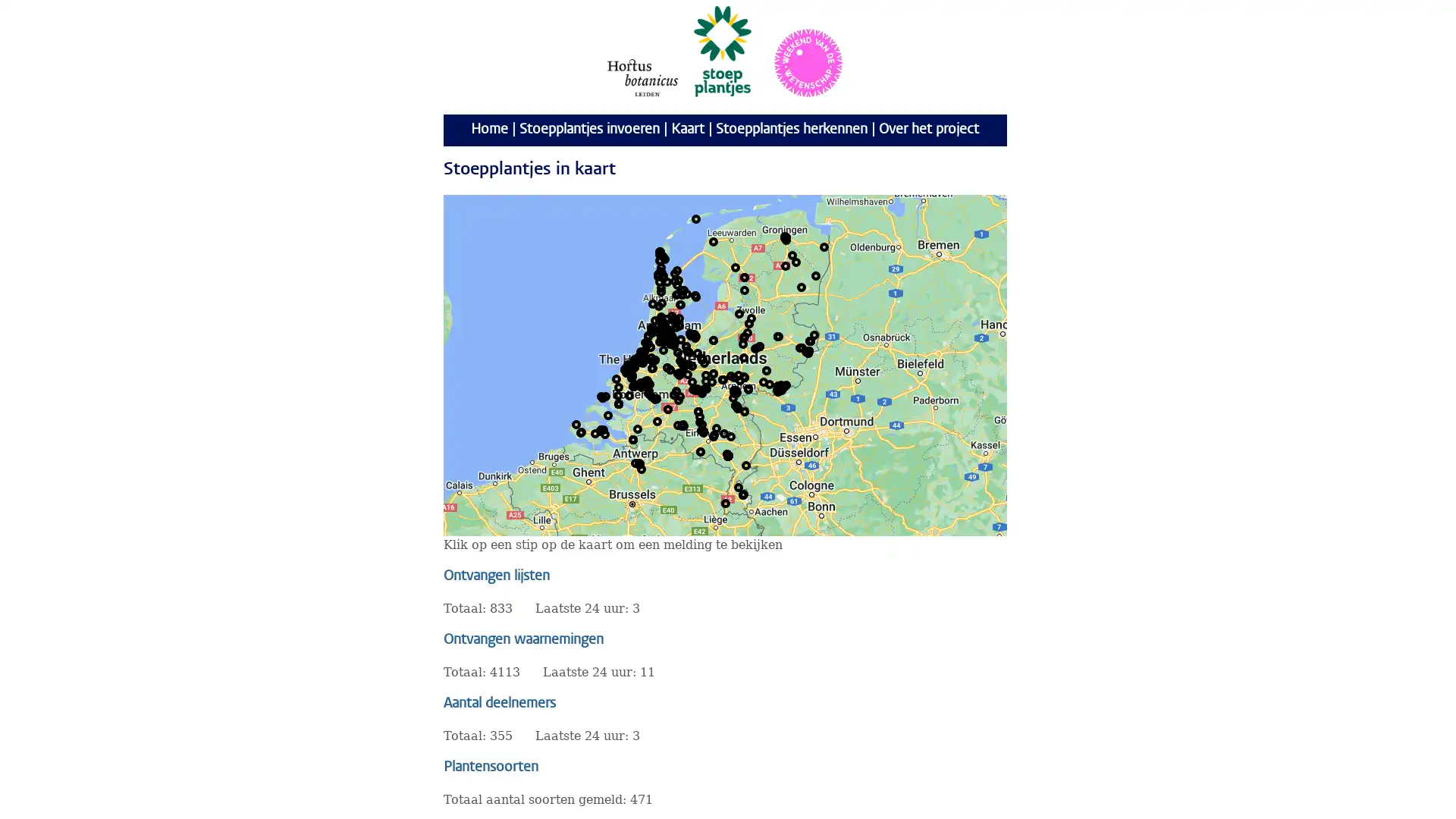 The width and height of the screenshot is (1456, 819). What do you see at coordinates (644, 359) in the screenshot?
I see `Telling van Ton op 25 juni 2022` at bounding box center [644, 359].